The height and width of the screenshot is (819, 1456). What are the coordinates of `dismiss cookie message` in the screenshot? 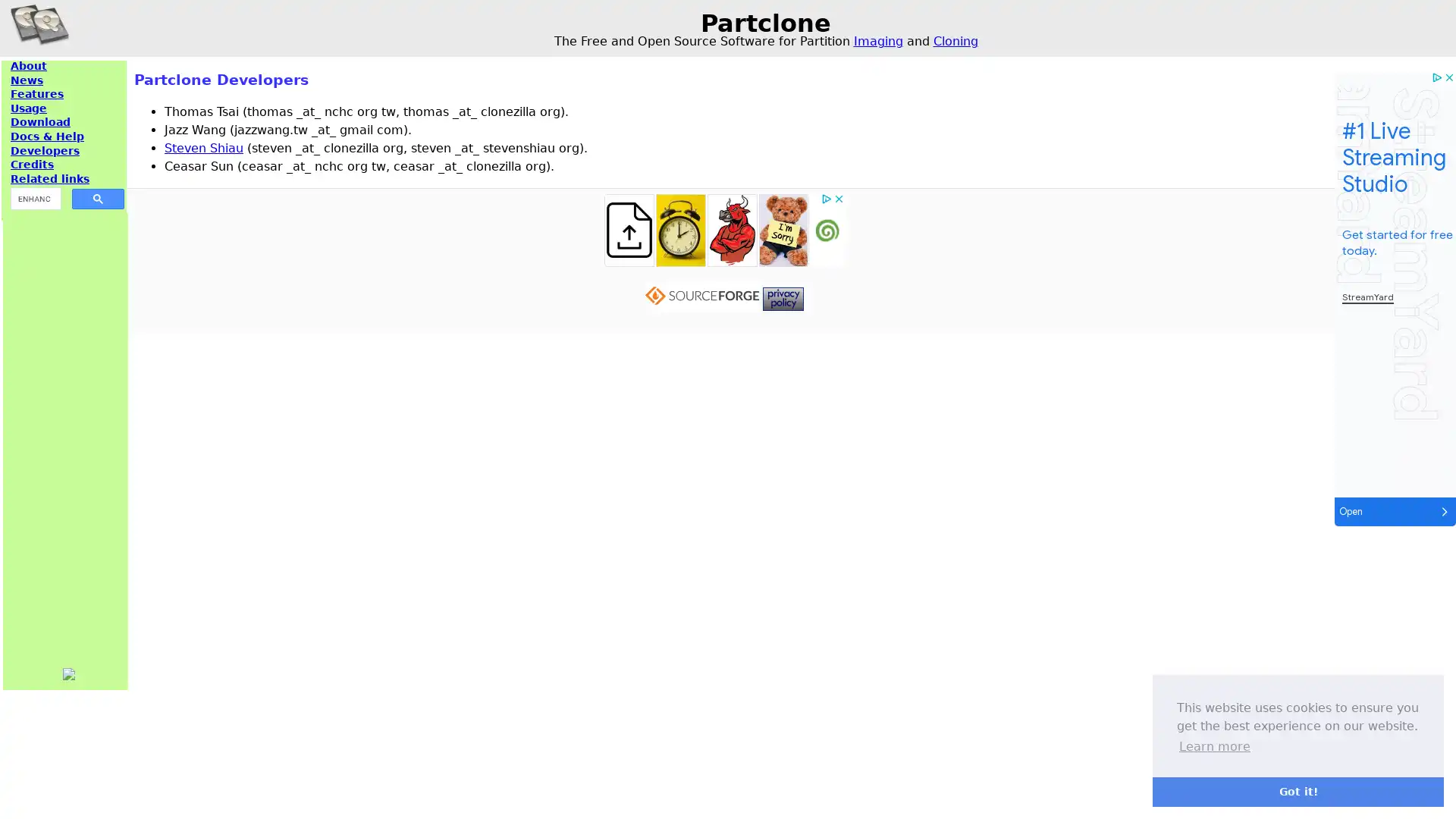 It's located at (1298, 791).